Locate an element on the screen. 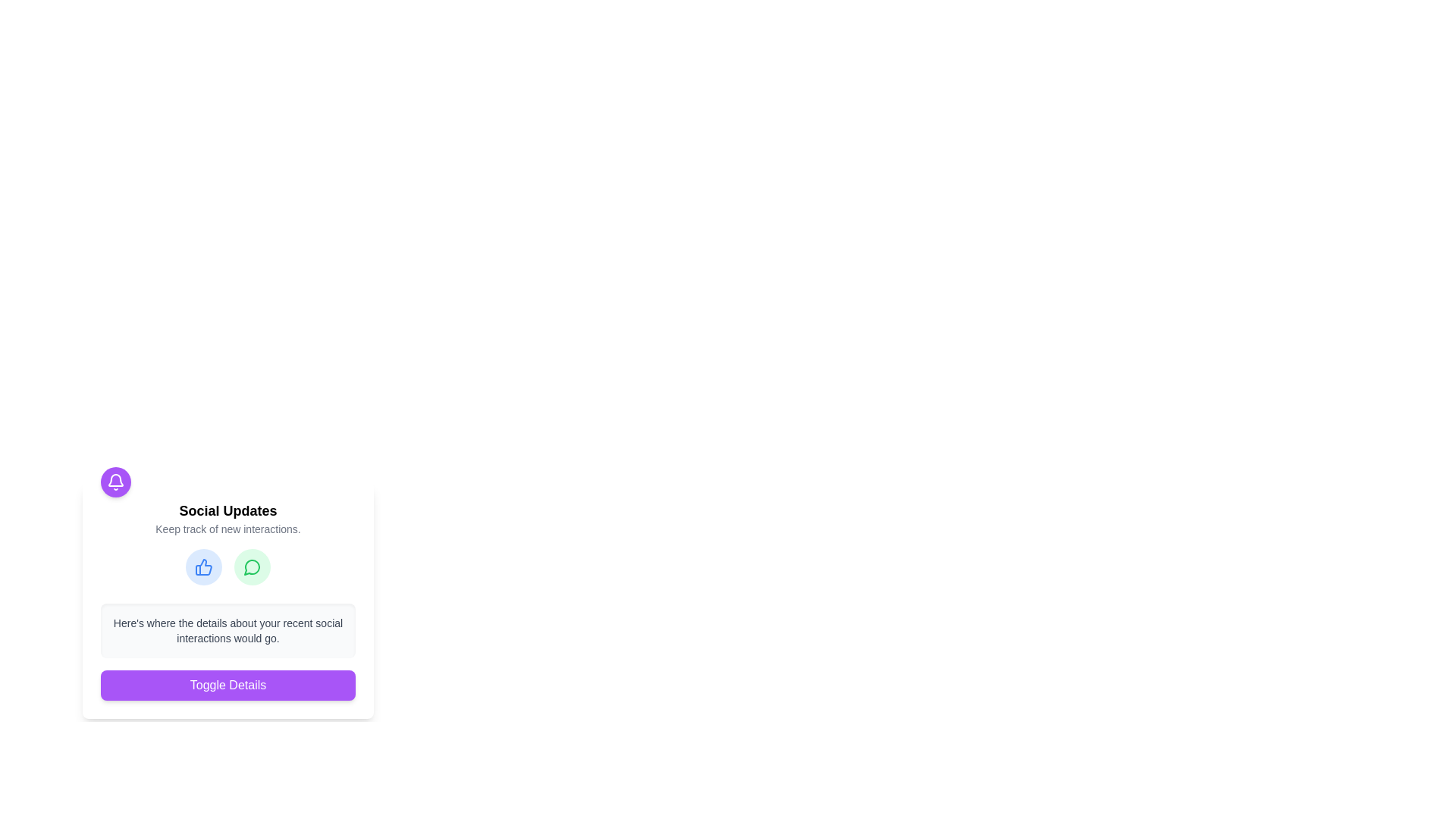  the Decorative icon shape located in the lower-right corner of the green icon, which symbolizes message or comment functionality is located at coordinates (252, 567).